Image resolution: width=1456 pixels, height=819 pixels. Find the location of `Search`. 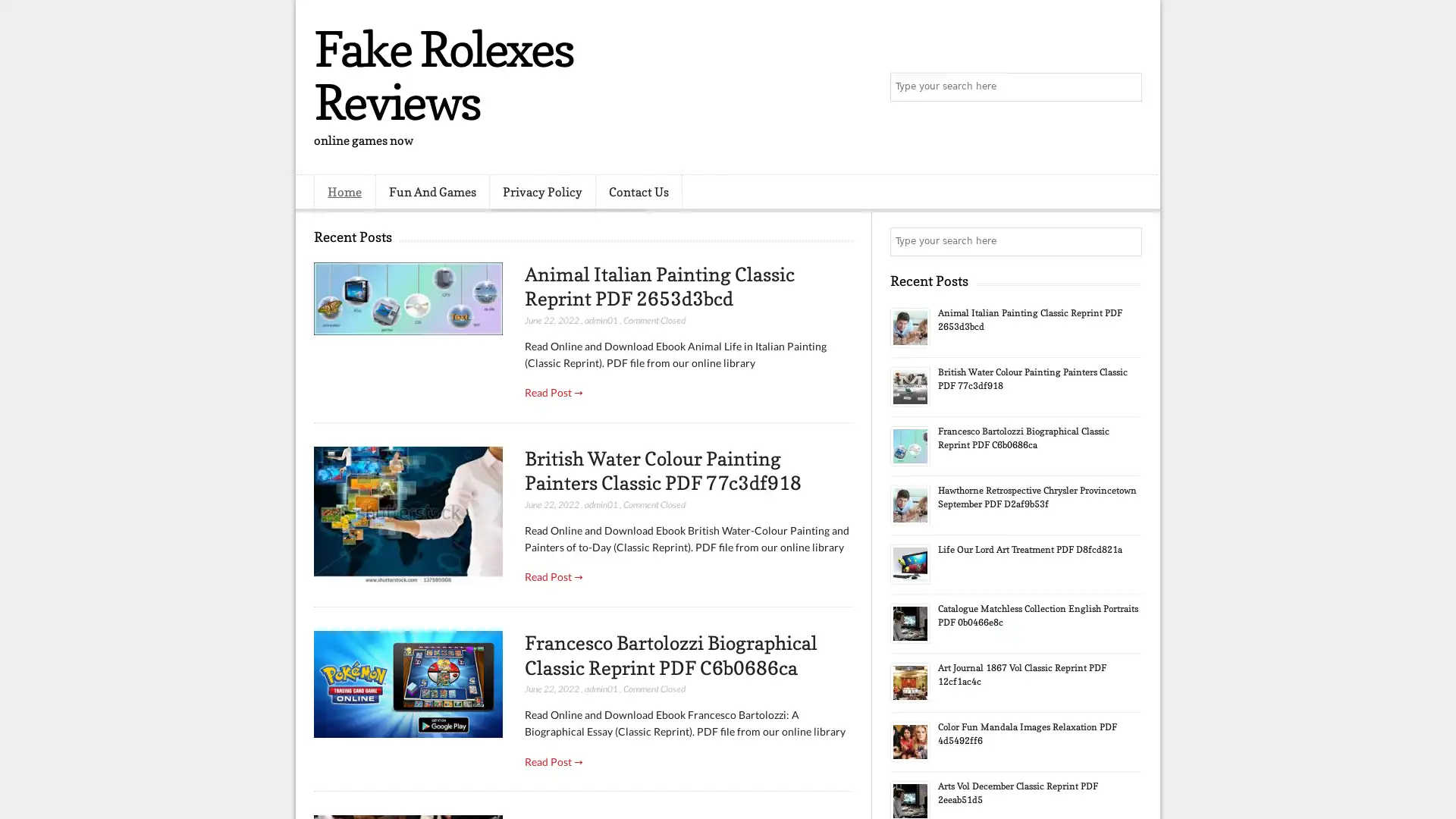

Search is located at coordinates (1126, 241).